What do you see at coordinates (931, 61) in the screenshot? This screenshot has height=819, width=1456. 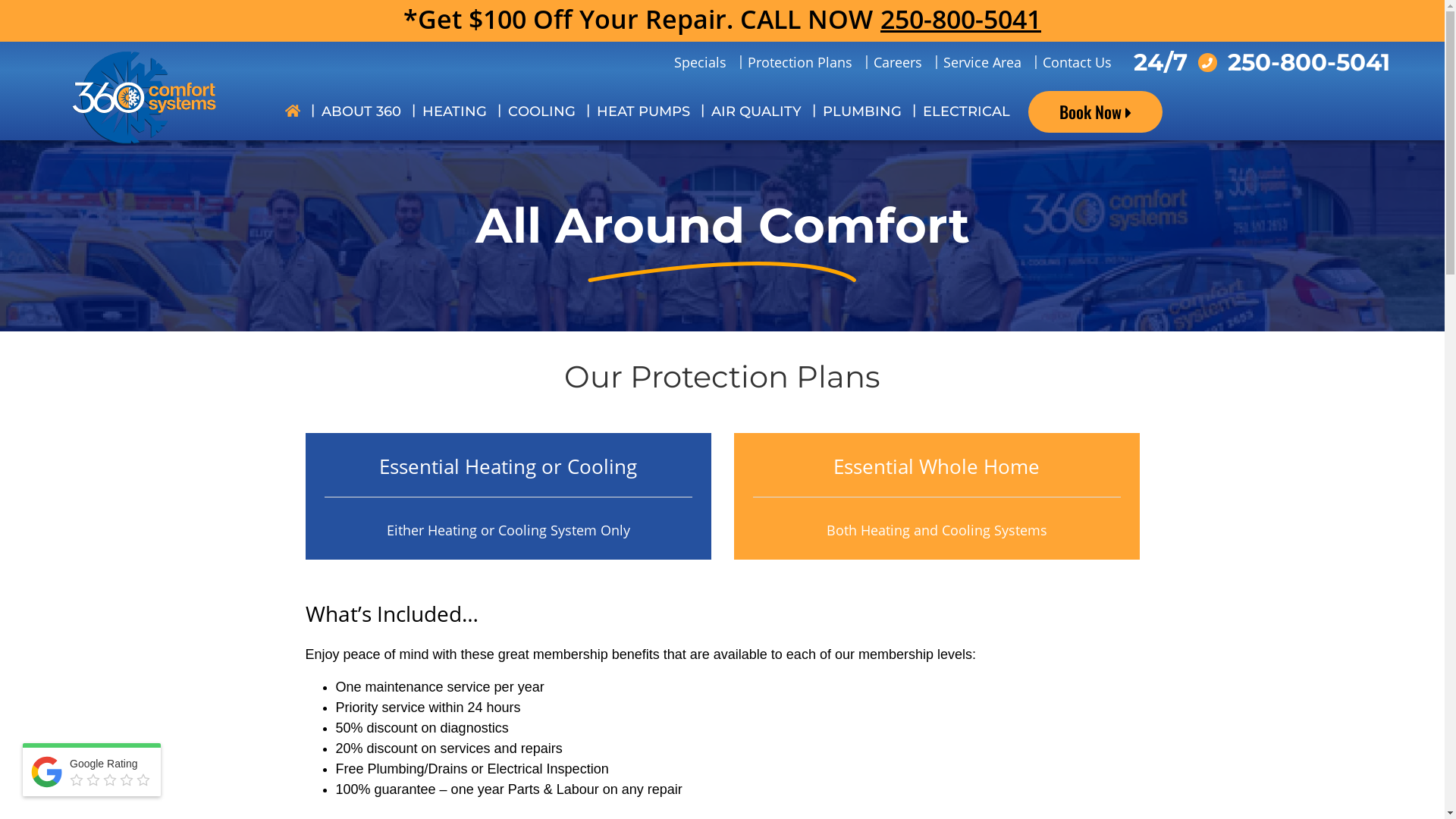 I see `'Service Area'` at bounding box center [931, 61].